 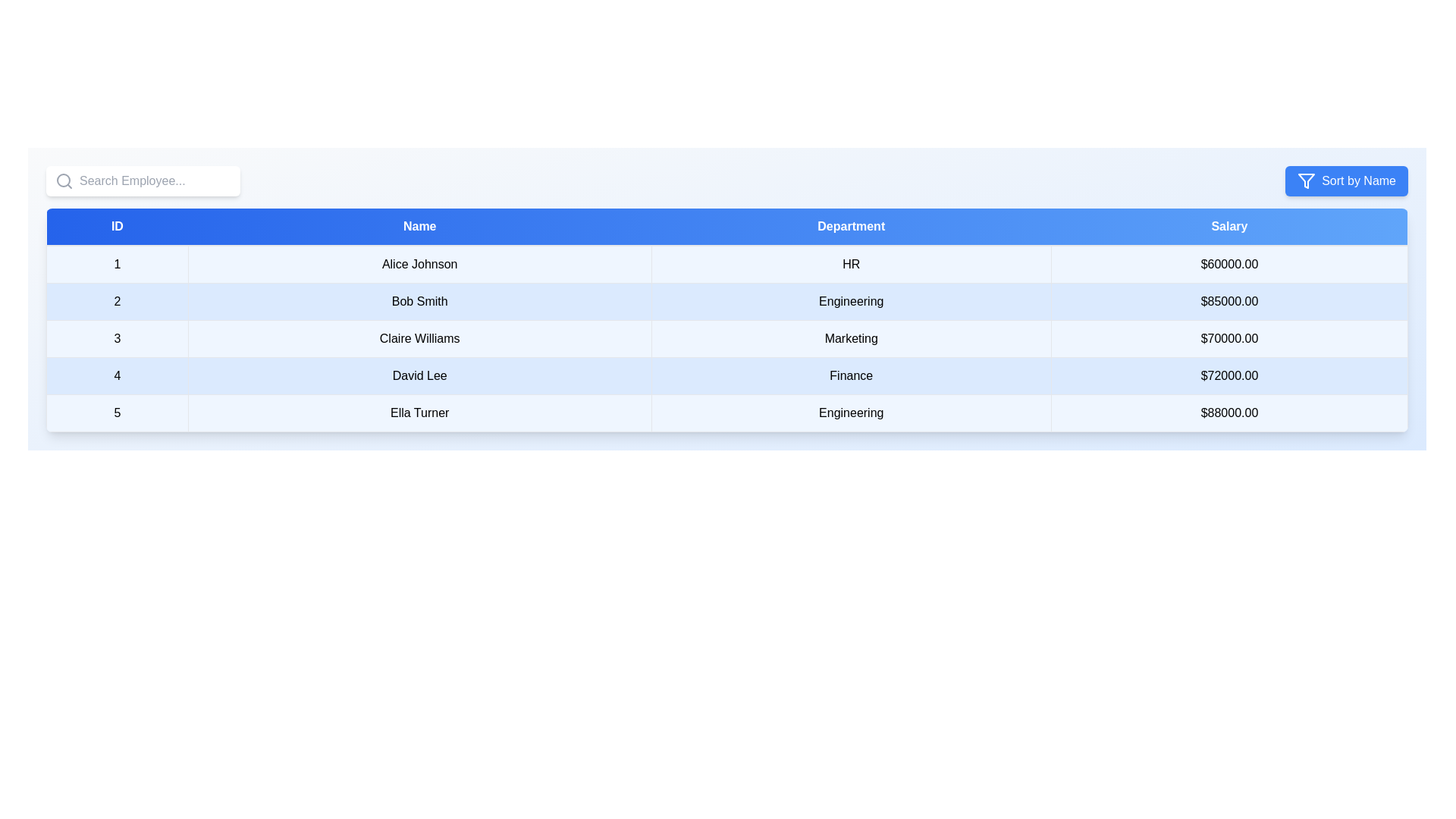 I want to click on the label displaying 'Ella Turner' in the second column of the fifth entry in the table, so click(x=419, y=413).